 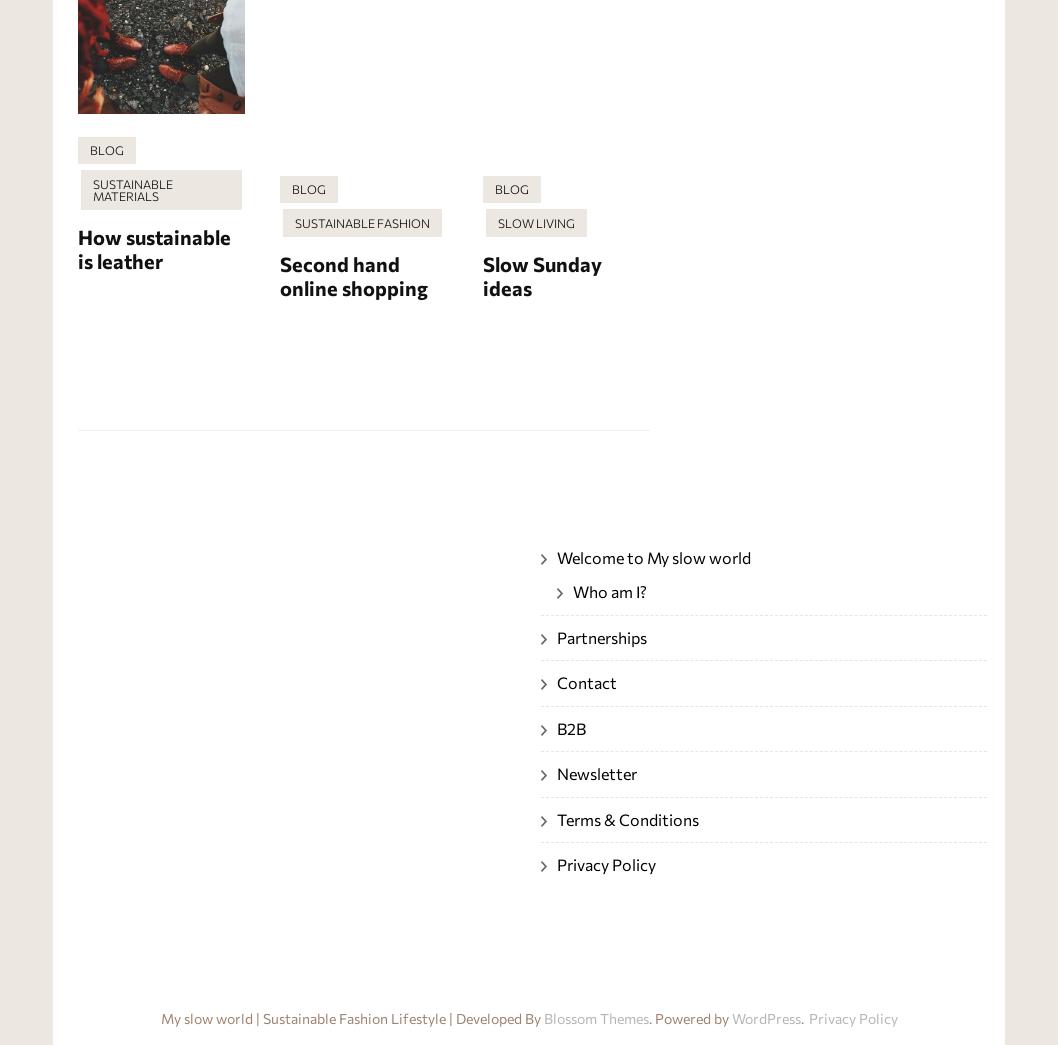 What do you see at coordinates (152, 246) in the screenshot?
I see `'How sustainable is leather'` at bounding box center [152, 246].